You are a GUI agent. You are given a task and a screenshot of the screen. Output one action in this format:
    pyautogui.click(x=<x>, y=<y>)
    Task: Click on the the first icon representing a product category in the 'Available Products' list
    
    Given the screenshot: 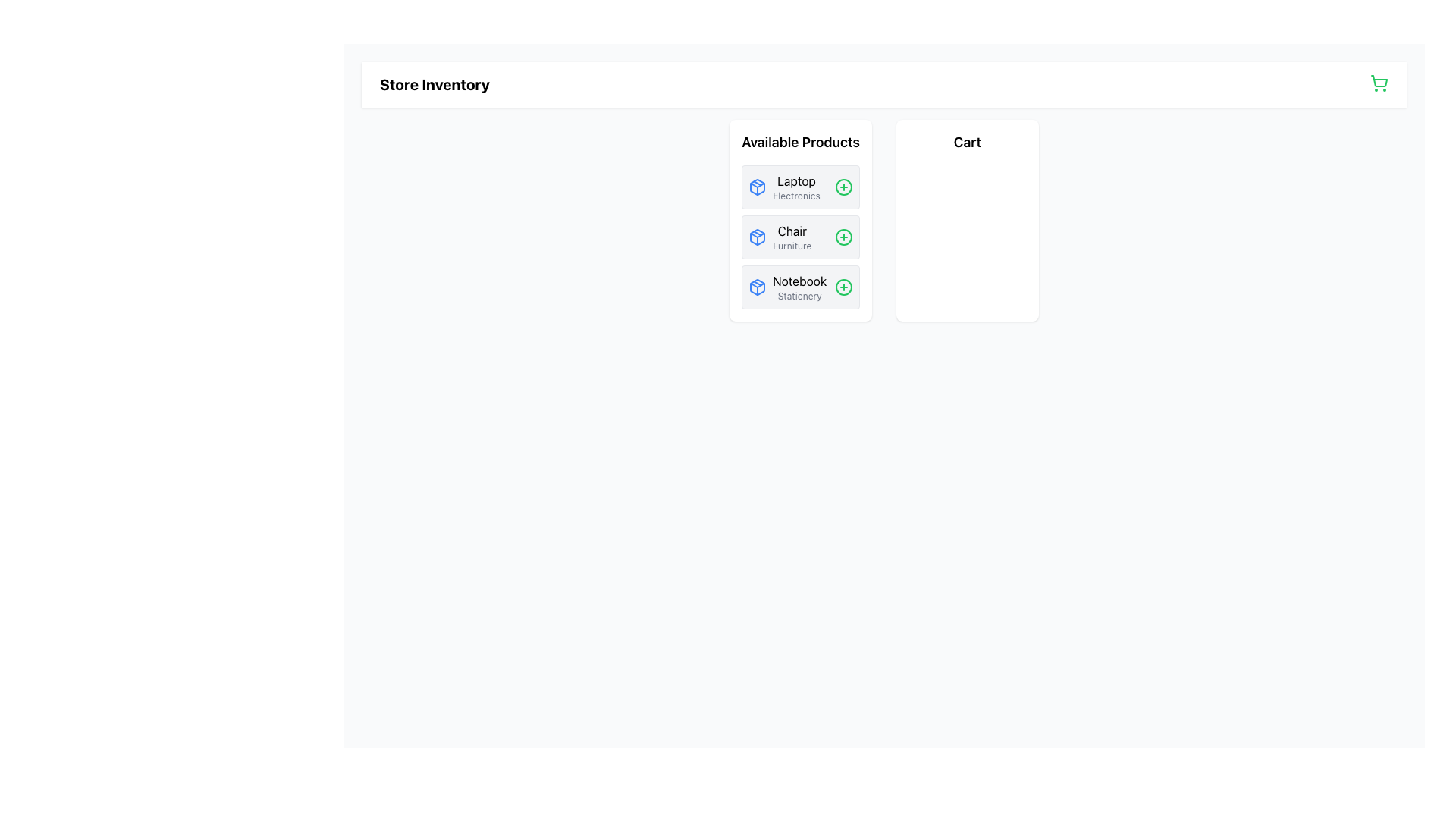 What is the action you would take?
    pyautogui.click(x=758, y=186)
    